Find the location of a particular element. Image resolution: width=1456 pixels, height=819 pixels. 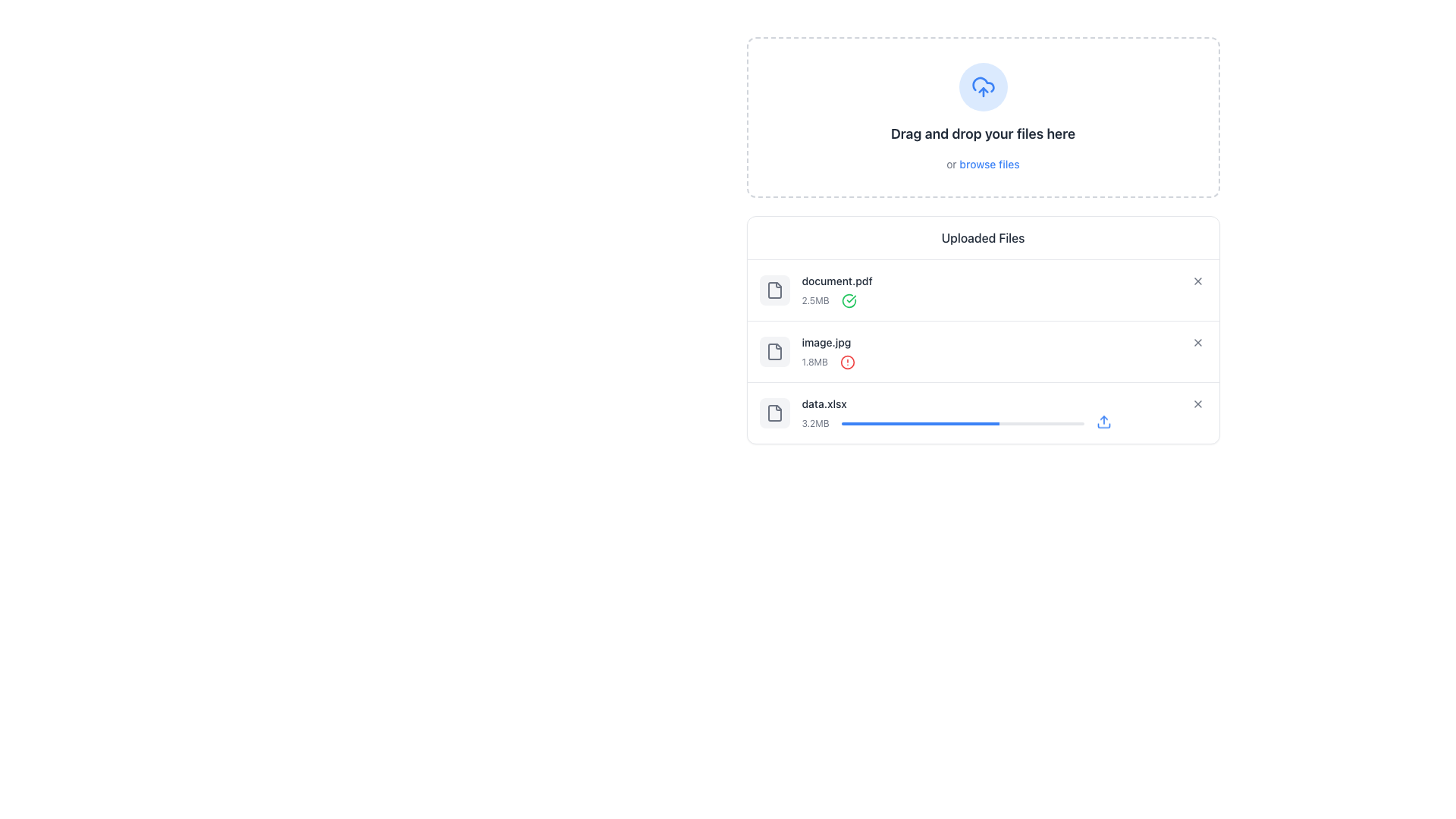

the cloud shape graphical decoration in the cloud upload icon located in the top-right corner of the interface is located at coordinates (983, 84).